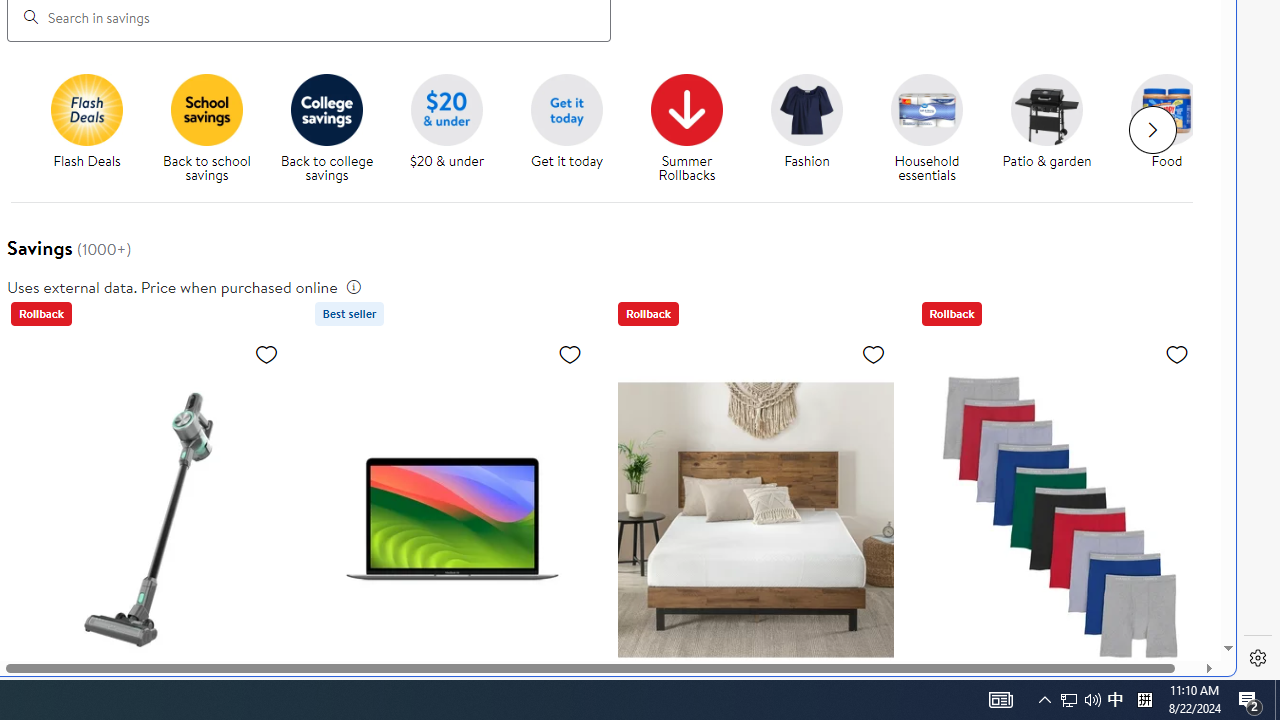  Describe the element at coordinates (1053, 129) in the screenshot. I see `'Patio & garden'` at that location.